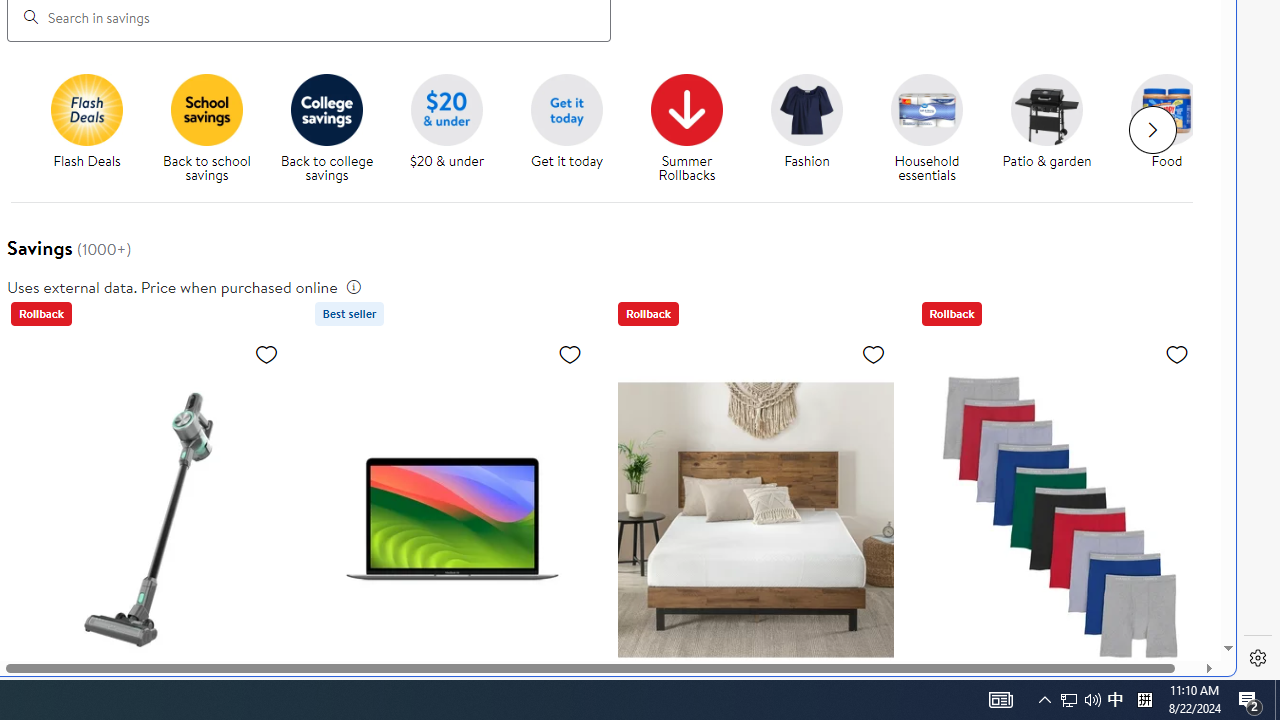  Describe the element at coordinates (1053, 129) in the screenshot. I see `'Patio & garden'` at that location.